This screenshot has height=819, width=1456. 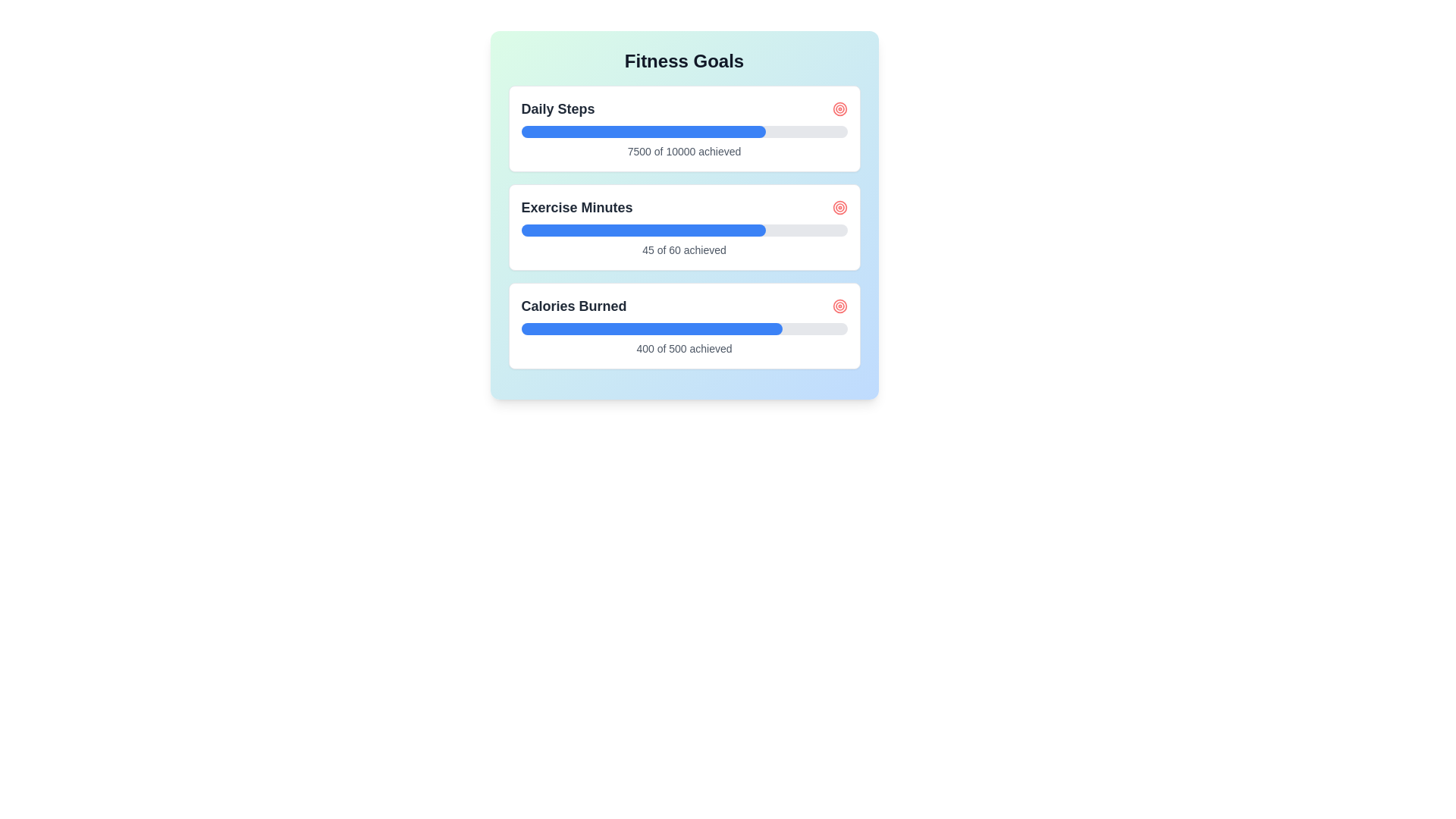 I want to click on text label displaying 'Daily Steps' located at the top-left corner of the 'Fitness Goals' card interface, so click(x=557, y=108).